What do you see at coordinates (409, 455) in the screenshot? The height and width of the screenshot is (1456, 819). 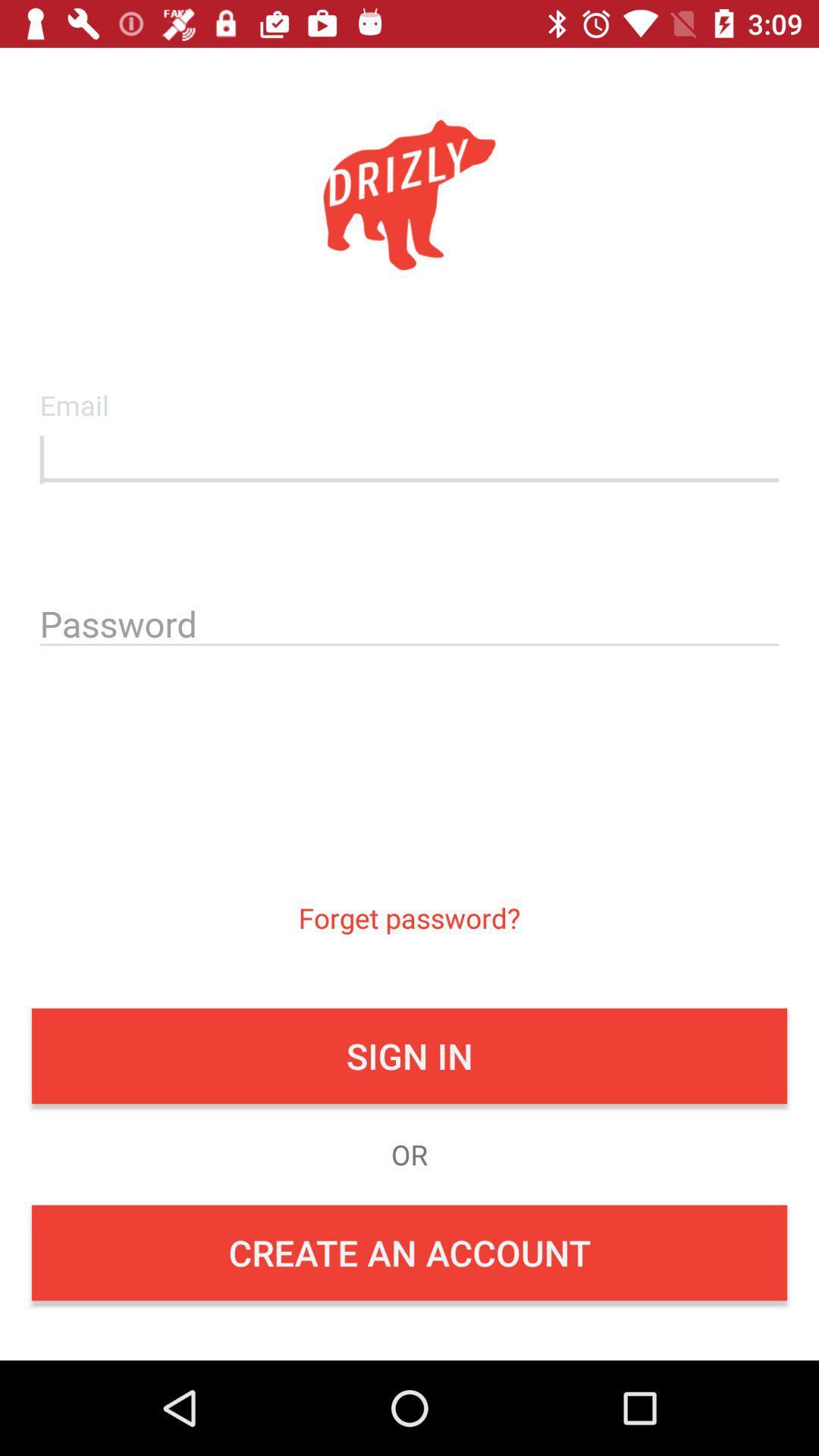 I see `email input box` at bounding box center [409, 455].